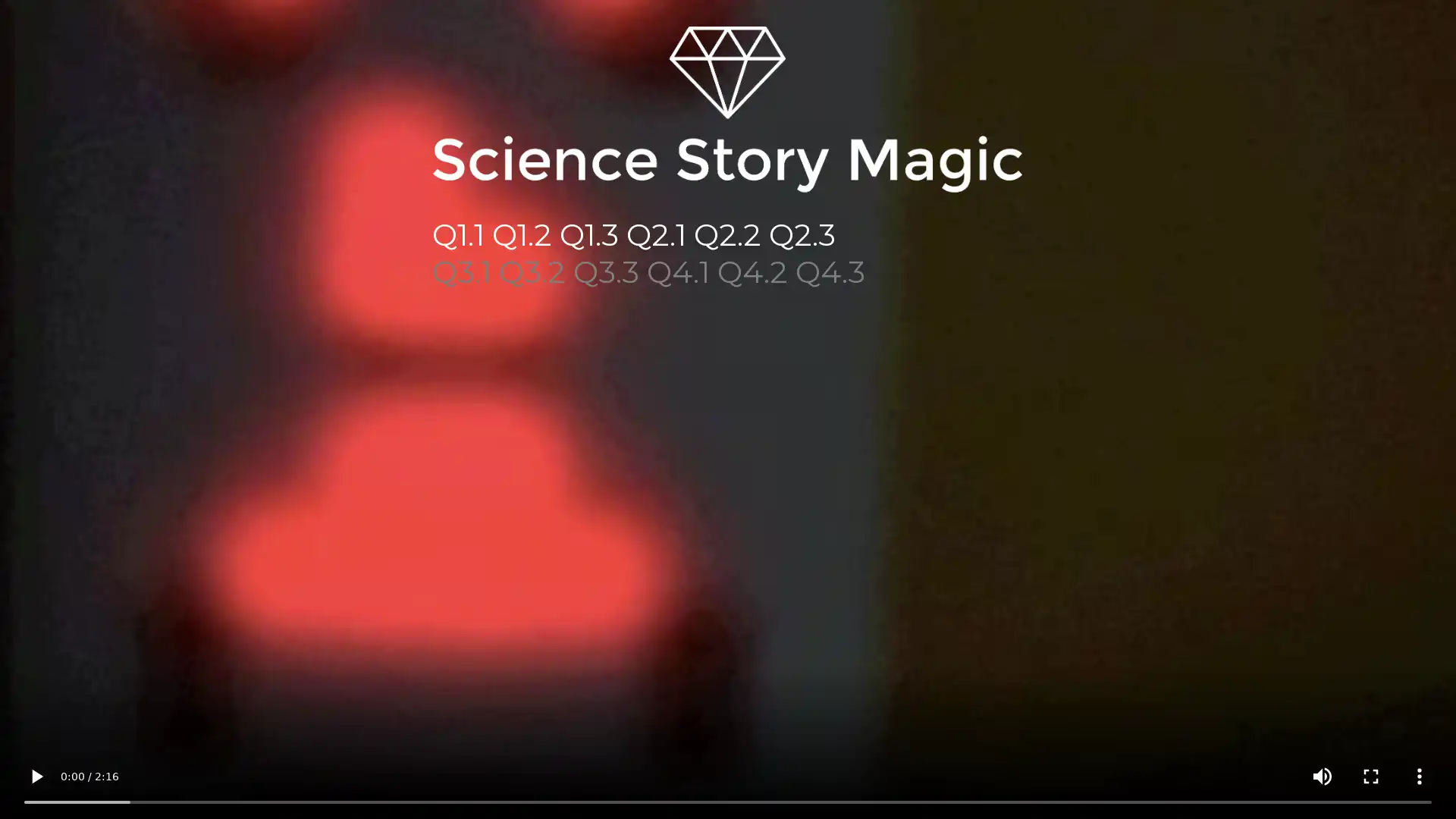  What do you see at coordinates (36, 776) in the screenshot?
I see `play` at bounding box center [36, 776].